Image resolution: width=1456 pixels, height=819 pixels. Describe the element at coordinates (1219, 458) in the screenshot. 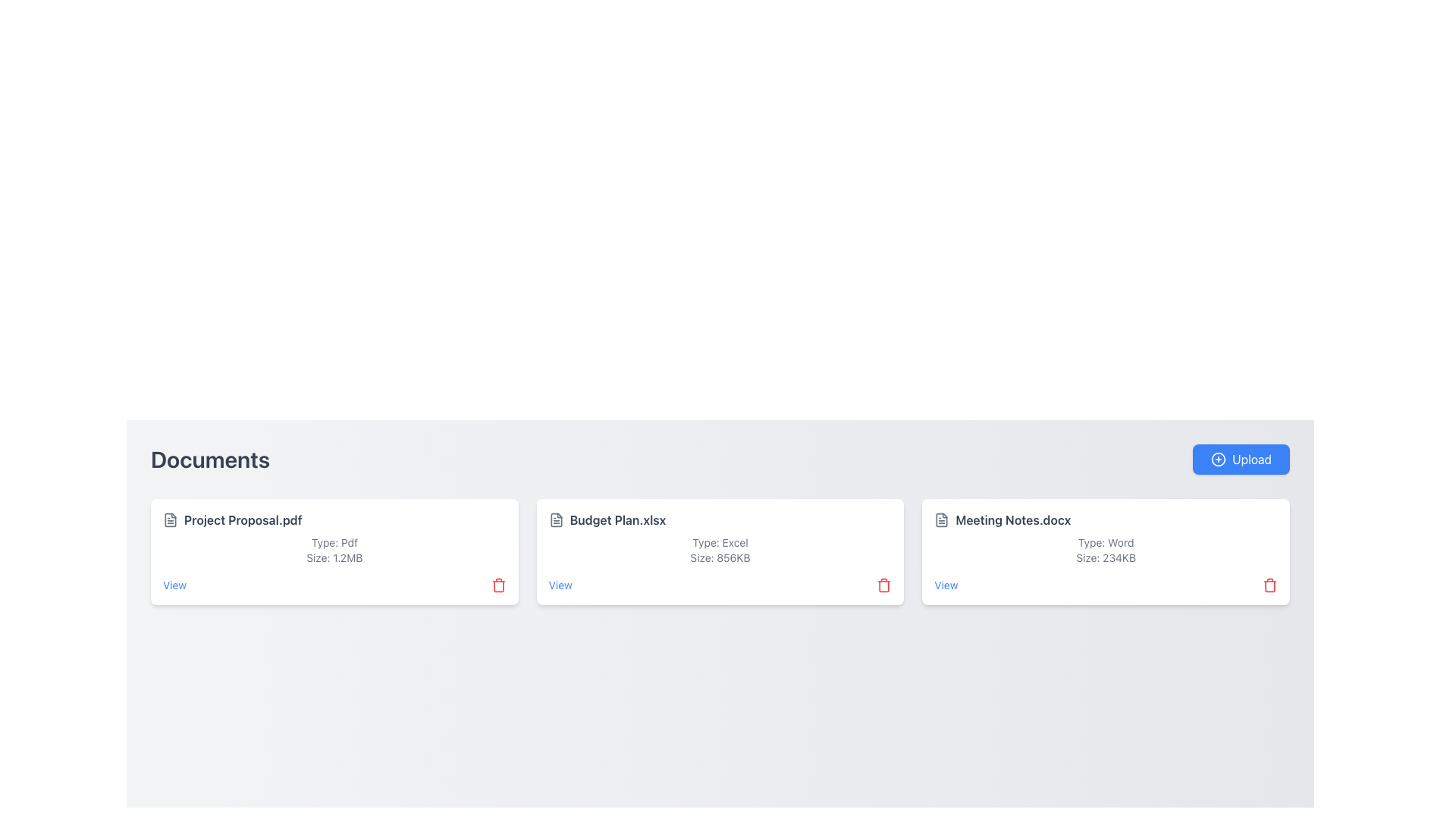

I see `the circular icon with a plus sign, which is part of the blue 'Upload' button` at that location.